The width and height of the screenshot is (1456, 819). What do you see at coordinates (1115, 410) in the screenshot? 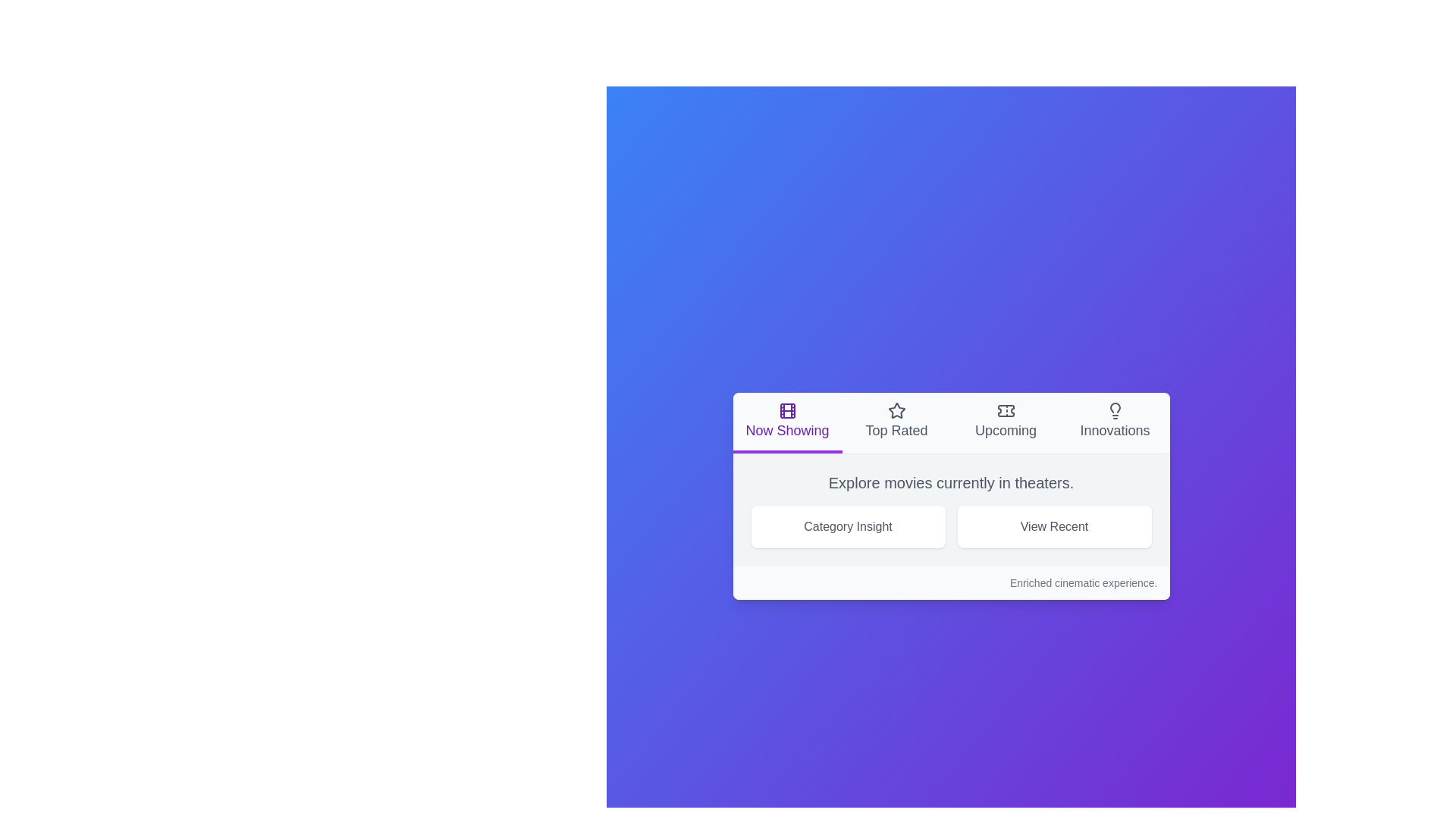
I see `the lightbulb icon in the menu bar` at bounding box center [1115, 410].